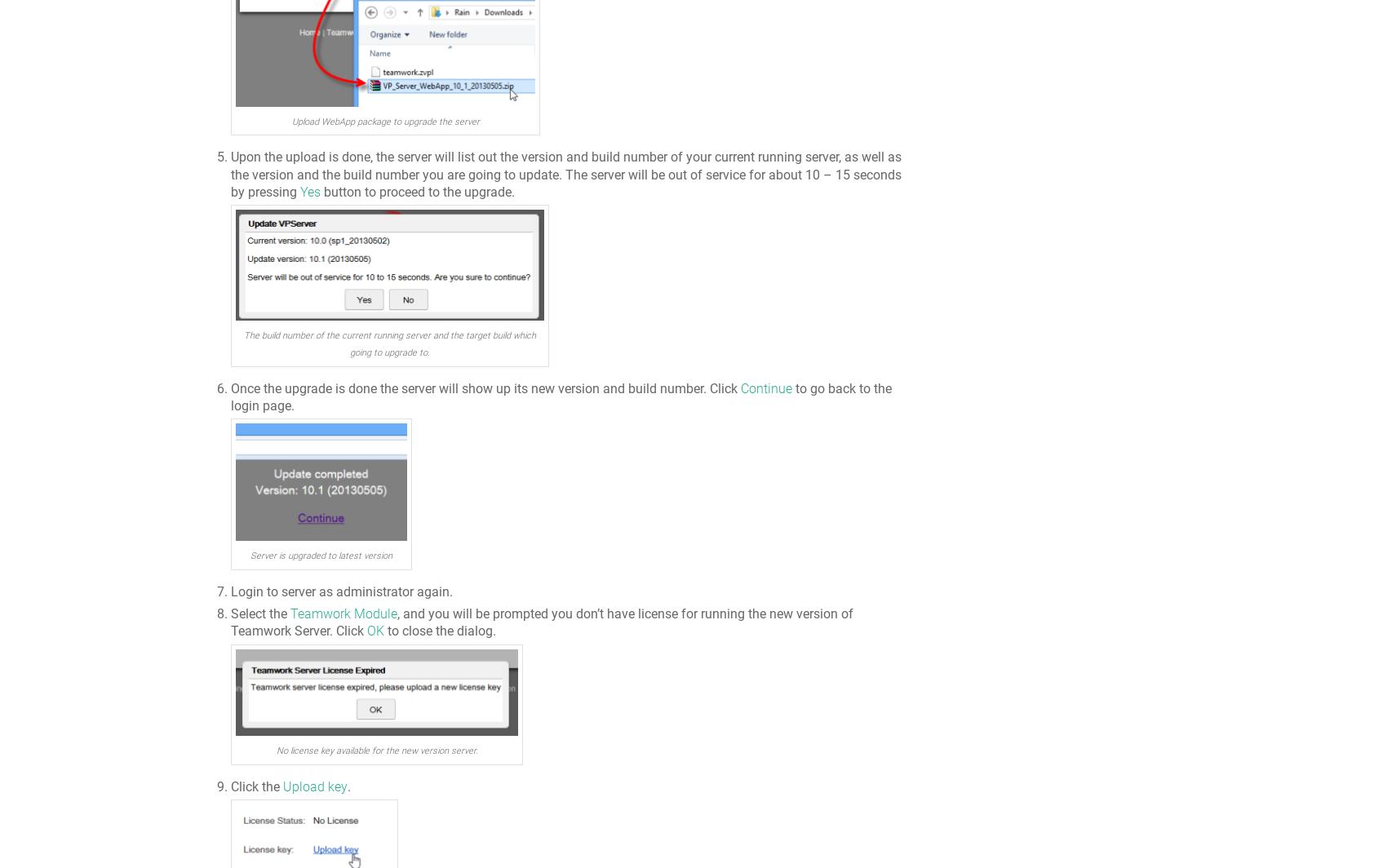  Describe the element at coordinates (257, 786) in the screenshot. I see `'Click the'` at that location.